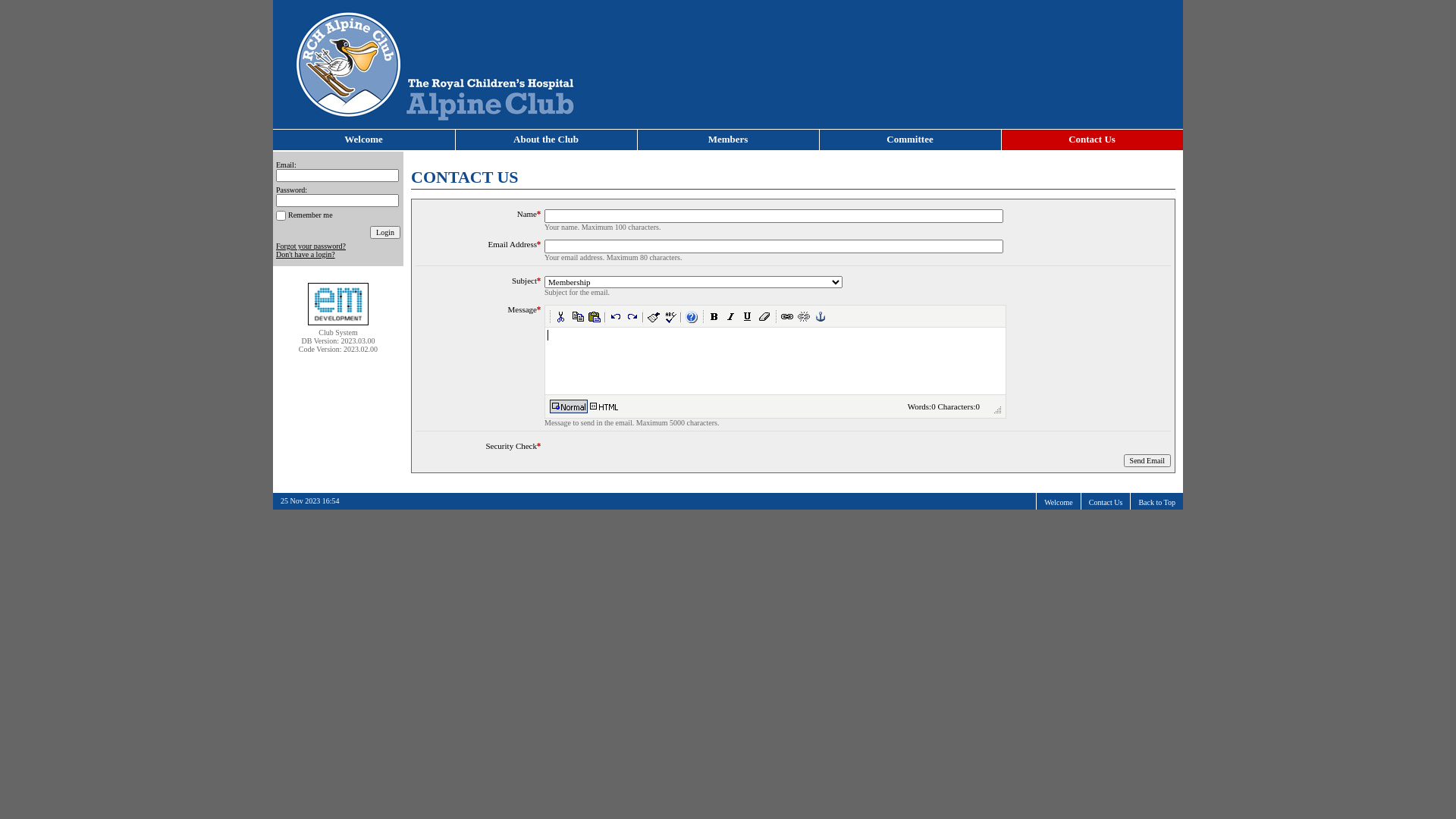 This screenshot has width=1456, height=819. I want to click on 'Welcome', so click(1058, 502).